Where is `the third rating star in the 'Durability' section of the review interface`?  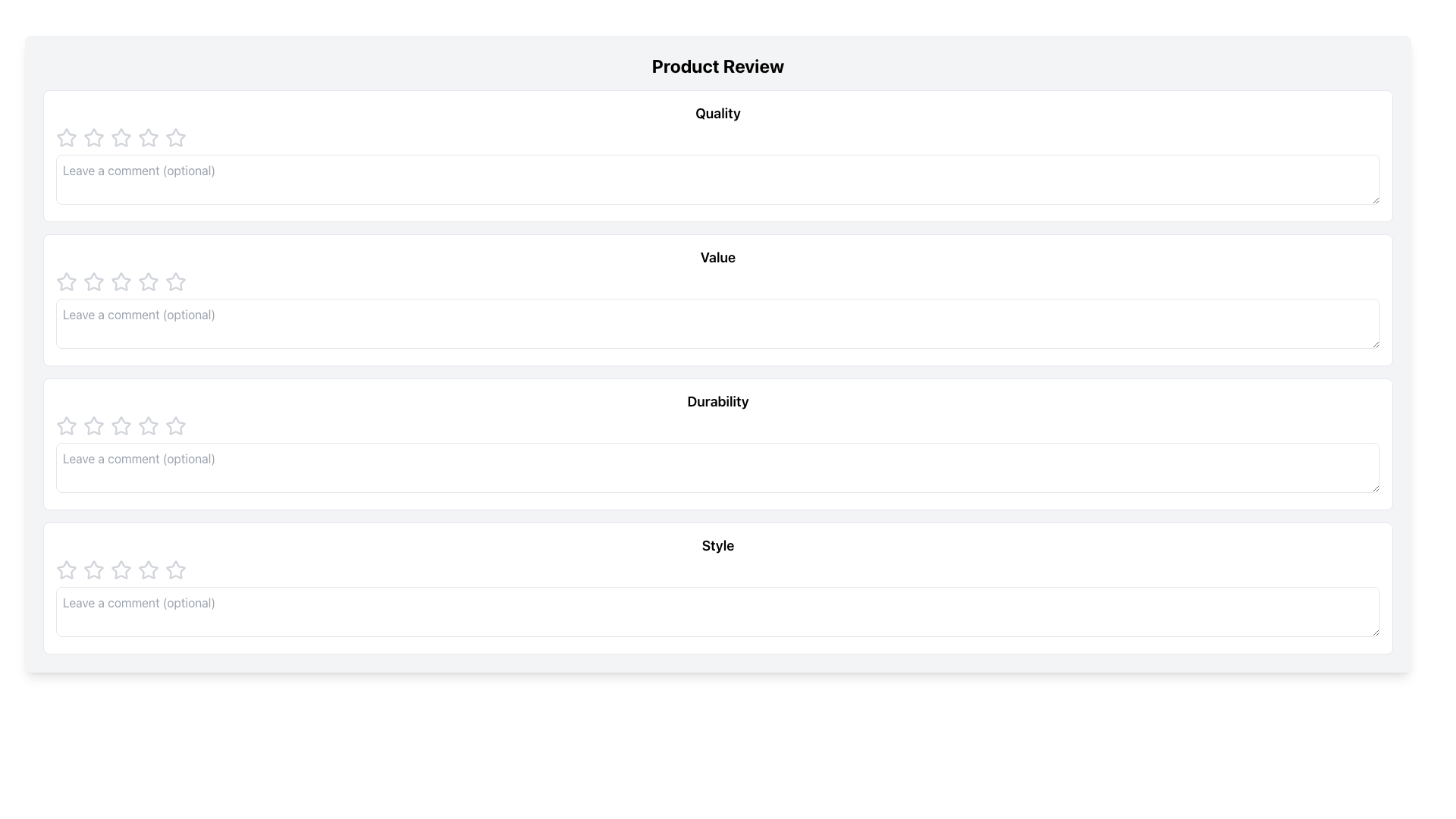
the third rating star in the 'Durability' section of the review interface is located at coordinates (149, 425).